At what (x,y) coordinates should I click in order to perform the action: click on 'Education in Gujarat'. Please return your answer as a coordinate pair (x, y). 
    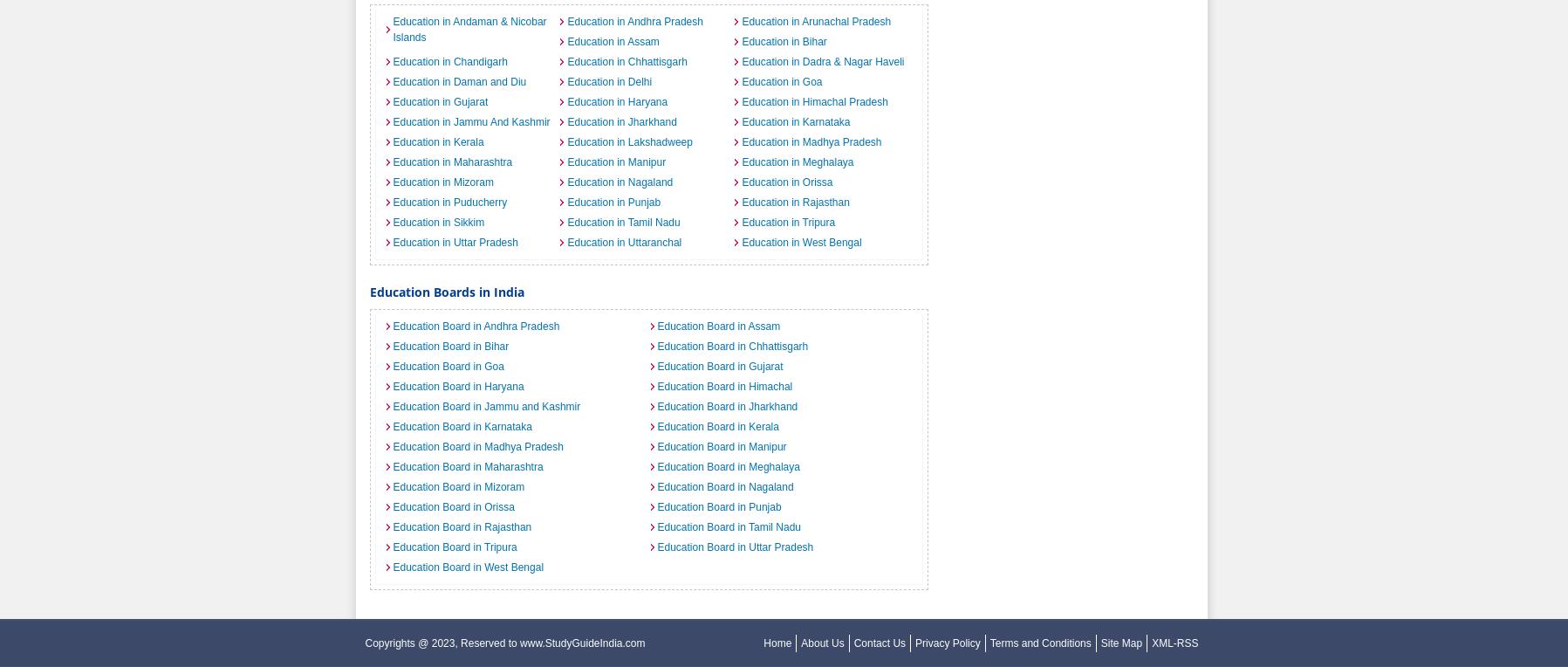
    Looking at the image, I should click on (439, 100).